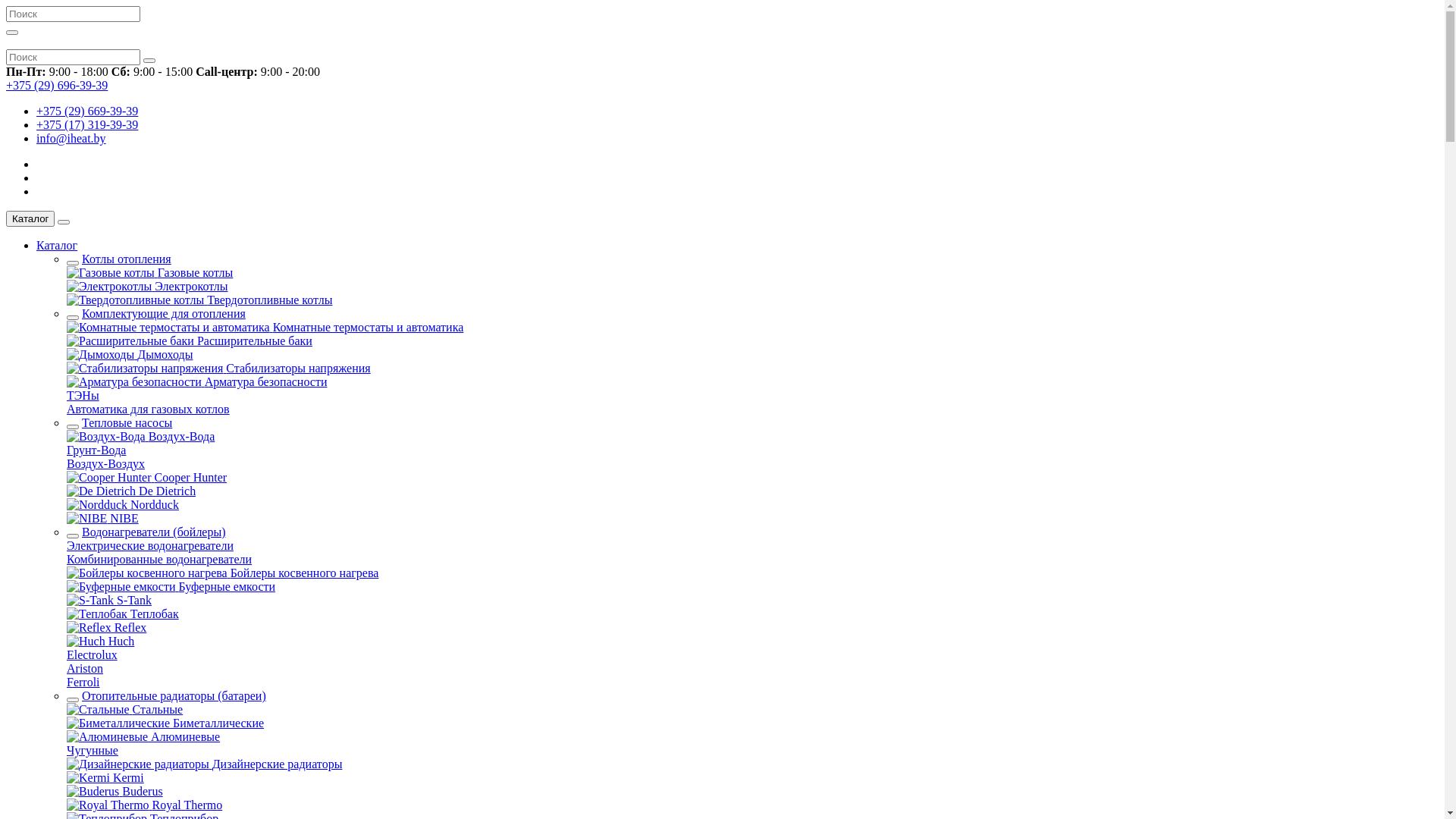 Image resolution: width=1456 pixels, height=819 pixels. Describe the element at coordinates (144, 804) in the screenshot. I see `'Royal Thermo'` at that location.